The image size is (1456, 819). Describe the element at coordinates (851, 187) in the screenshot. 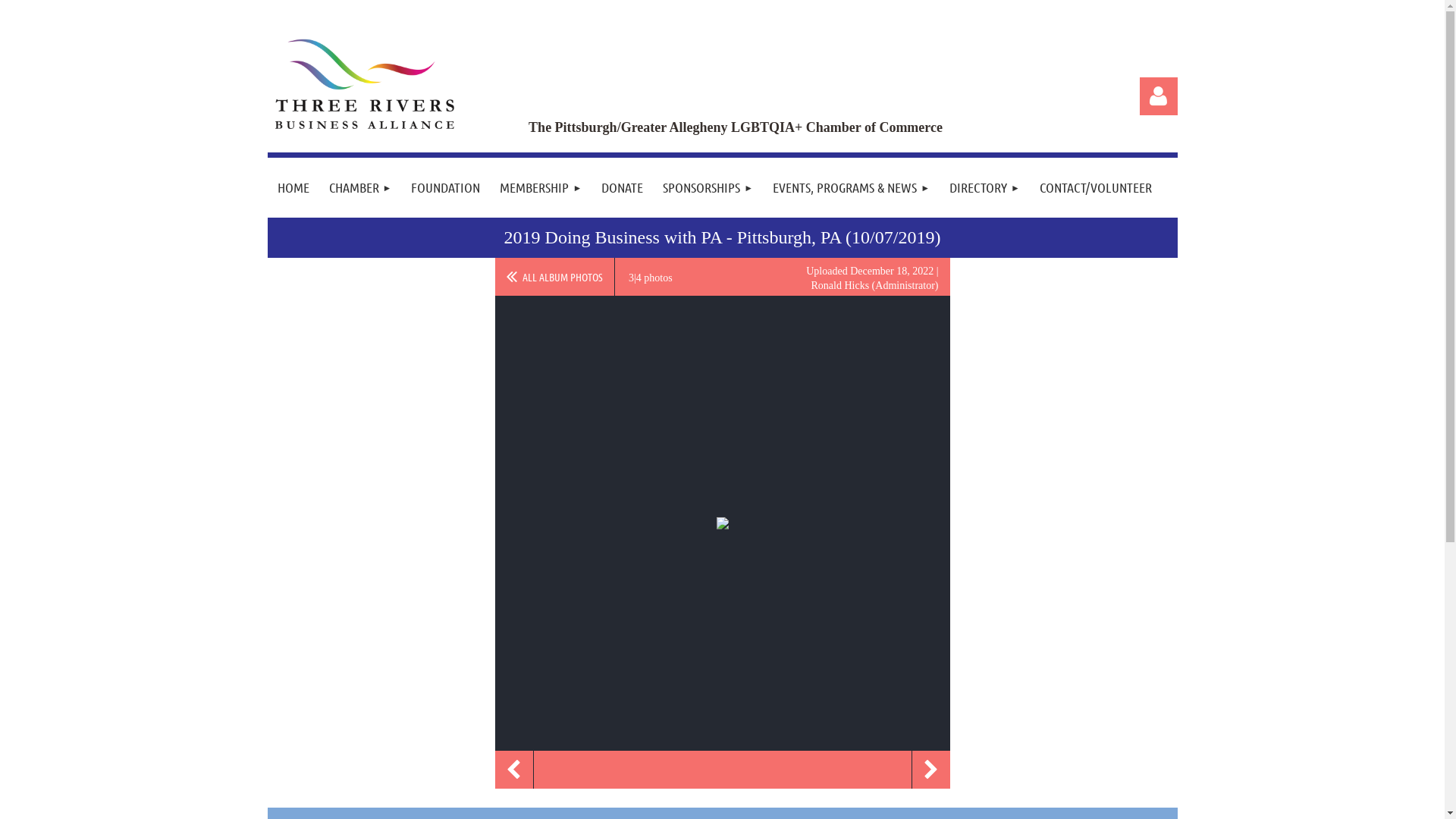

I see `'EVENTS, PROGRAMS & NEWS'` at that location.